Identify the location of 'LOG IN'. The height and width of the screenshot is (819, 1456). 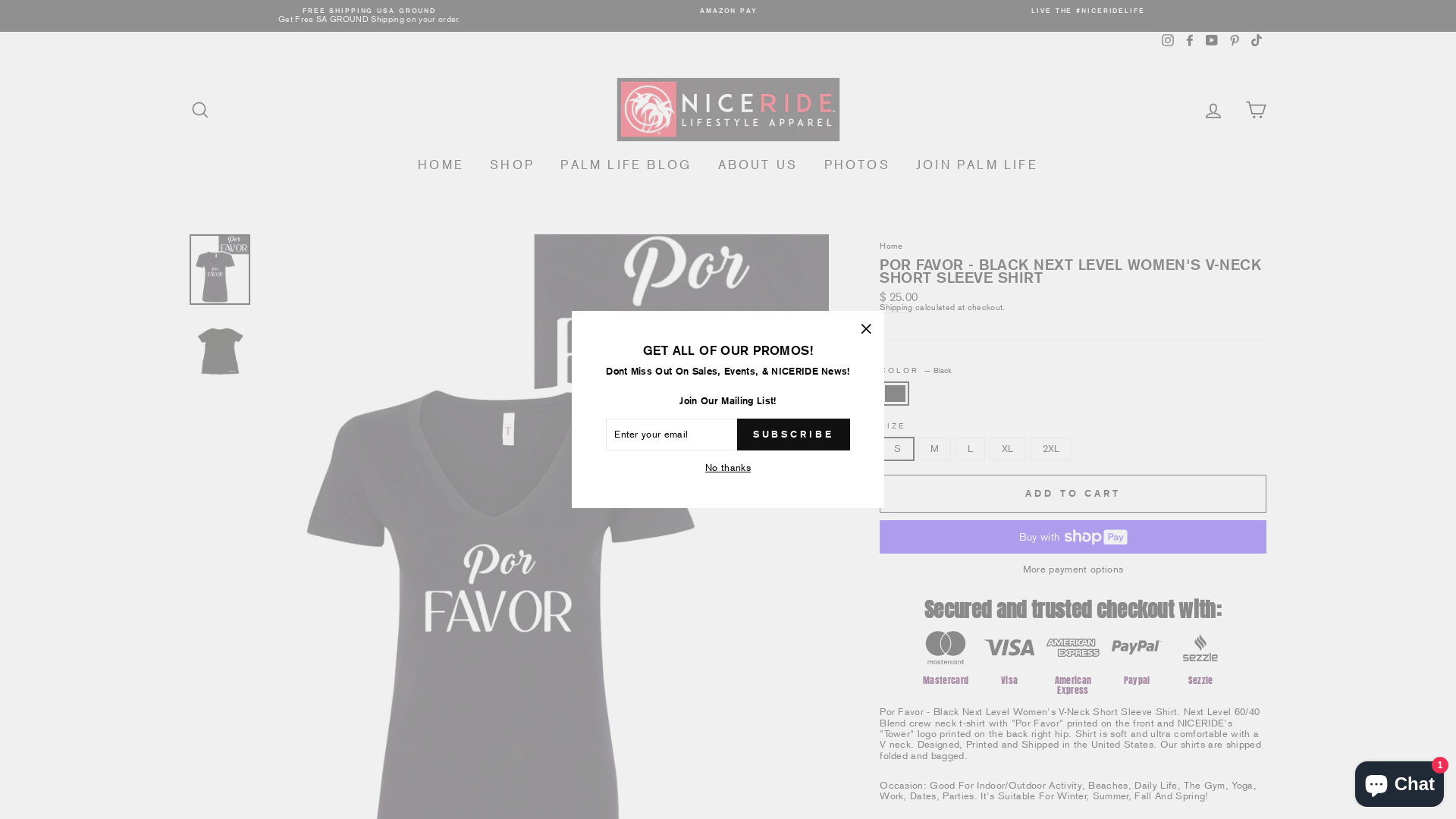
(1212, 108).